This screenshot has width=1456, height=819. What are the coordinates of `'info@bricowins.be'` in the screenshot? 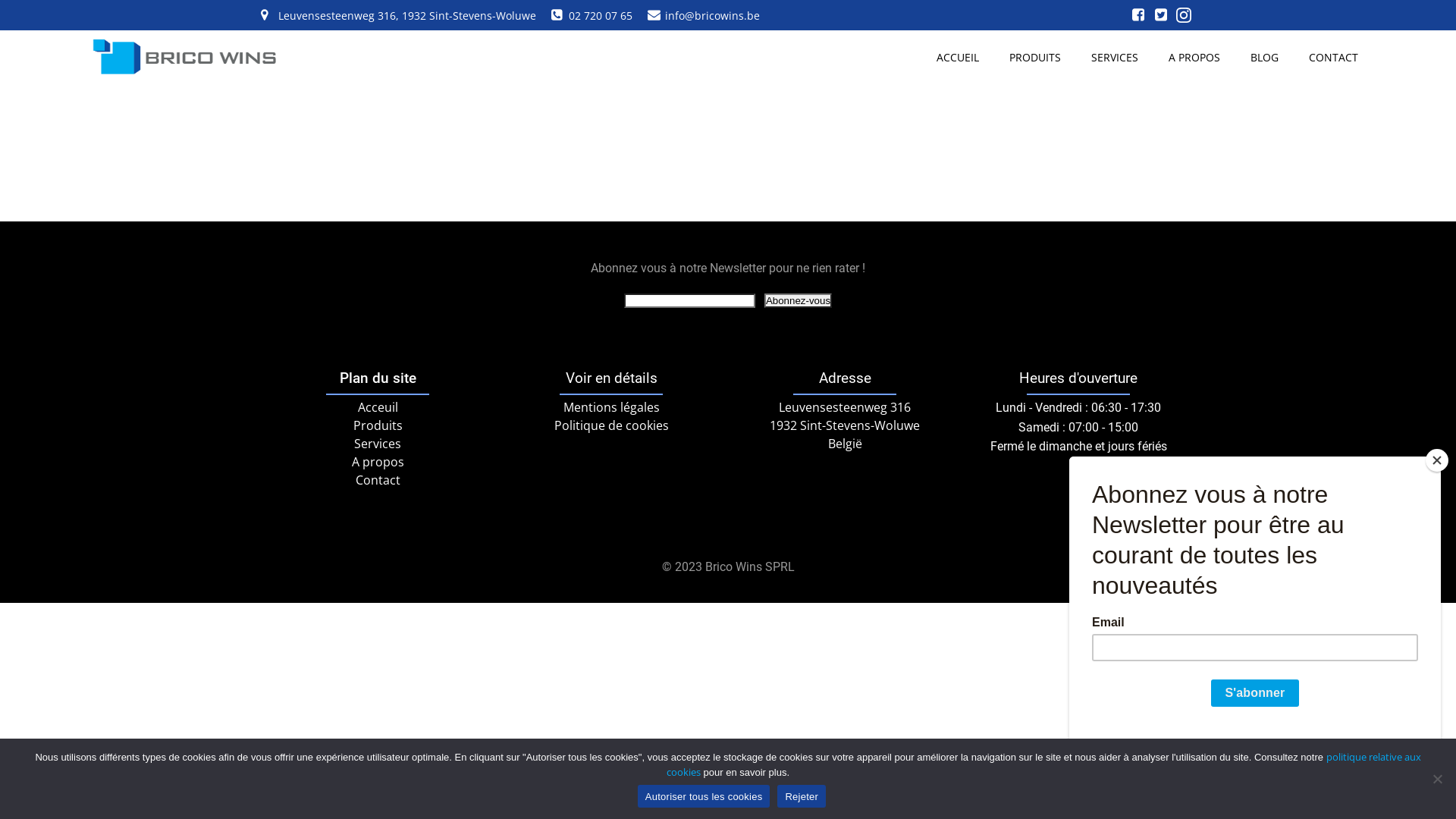 It's located at (702, 14).